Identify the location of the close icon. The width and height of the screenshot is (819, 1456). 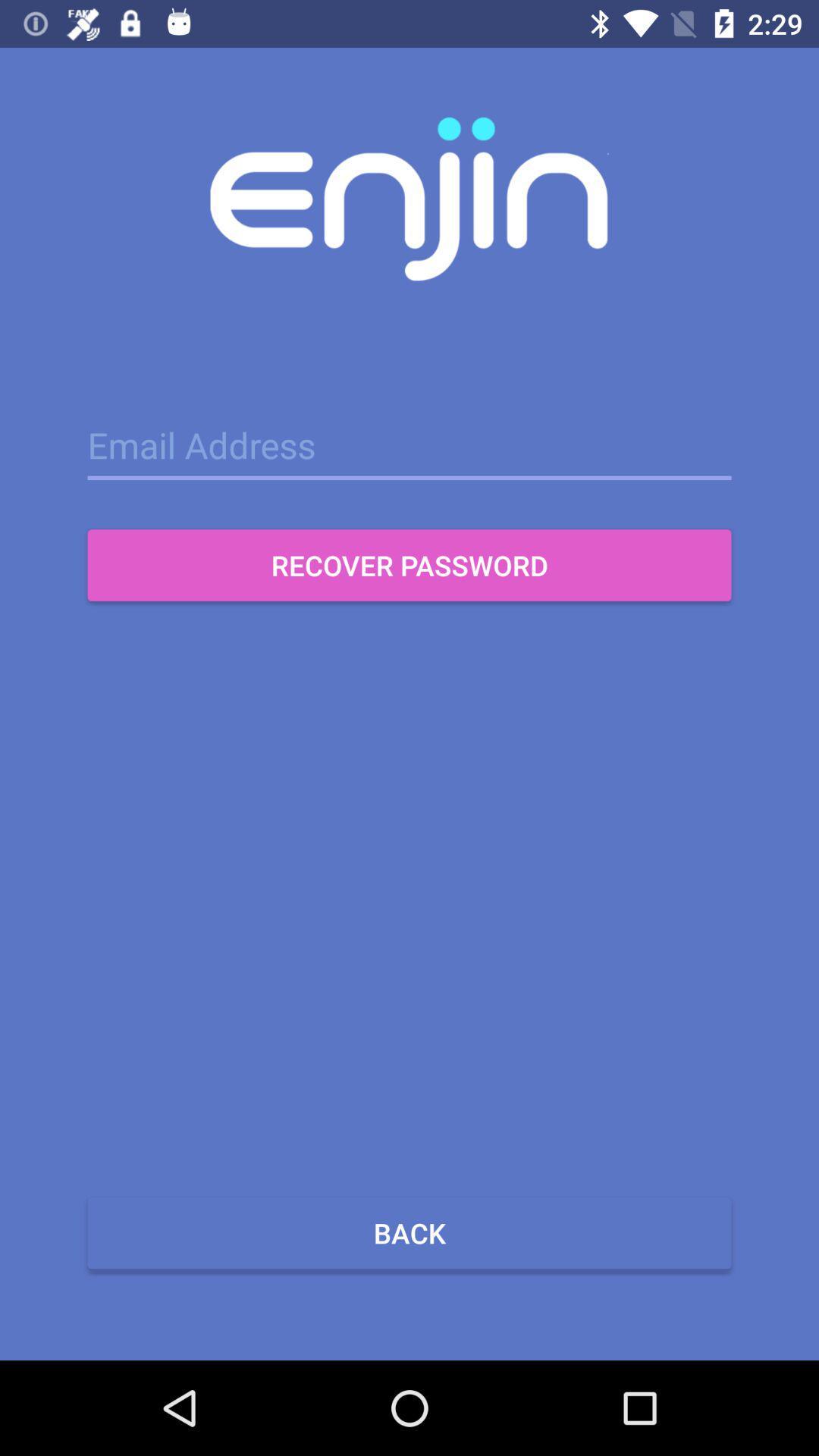
(409, 1272).